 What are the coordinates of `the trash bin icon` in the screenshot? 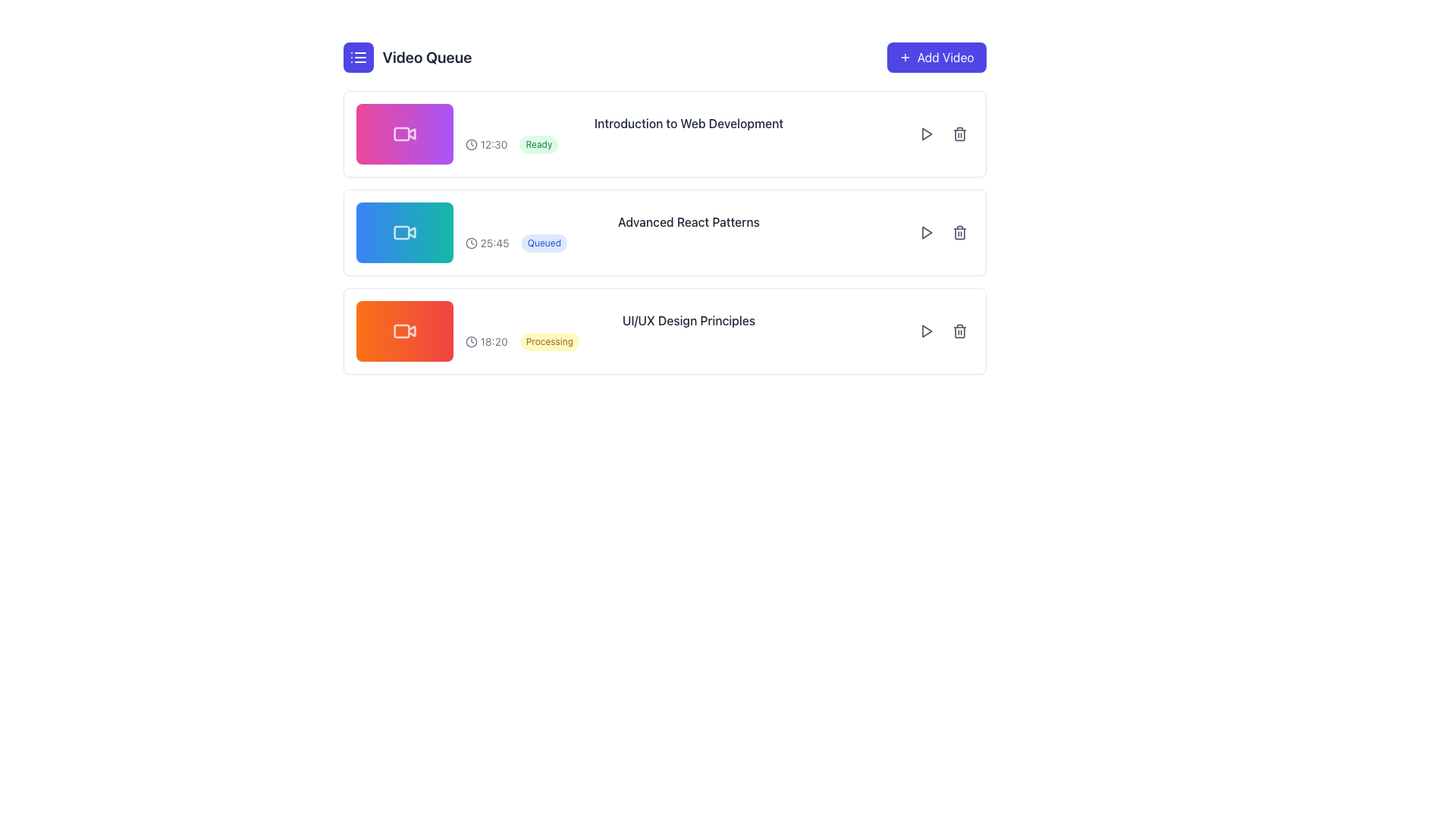 It's located at (959, 133).